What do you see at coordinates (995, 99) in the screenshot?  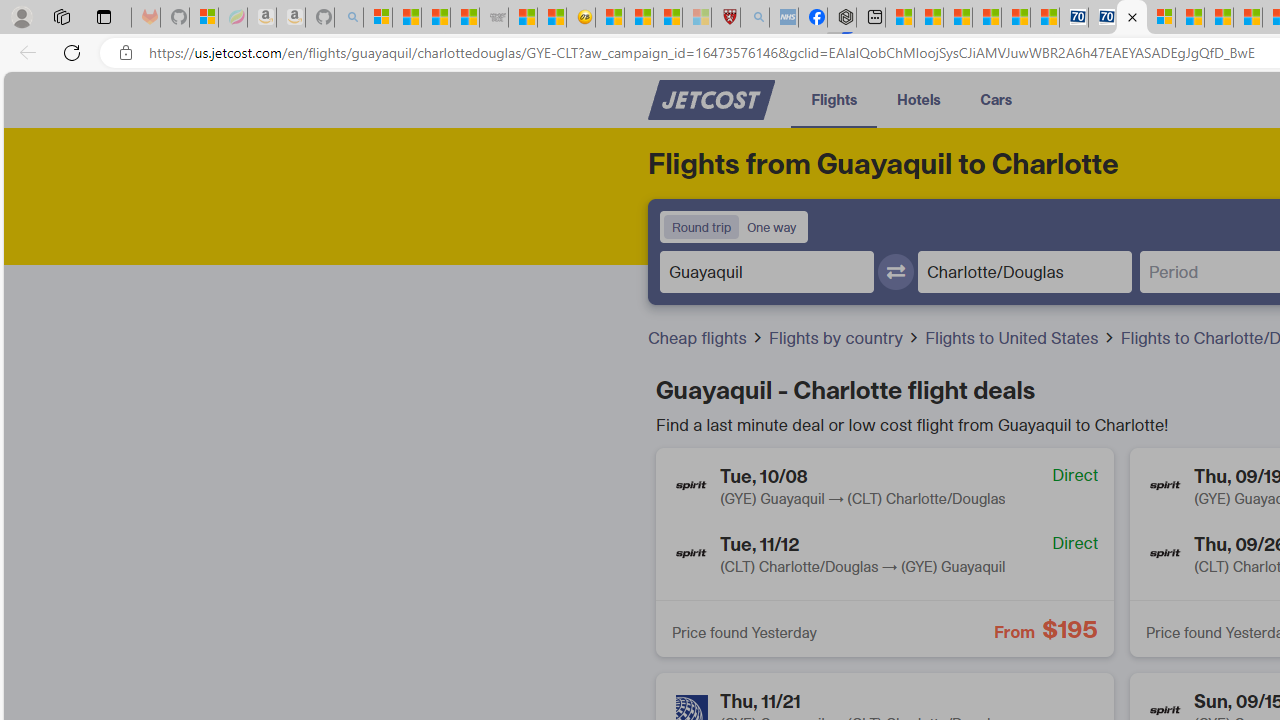 I see `'Cars'` at bounding box center [995, 99].